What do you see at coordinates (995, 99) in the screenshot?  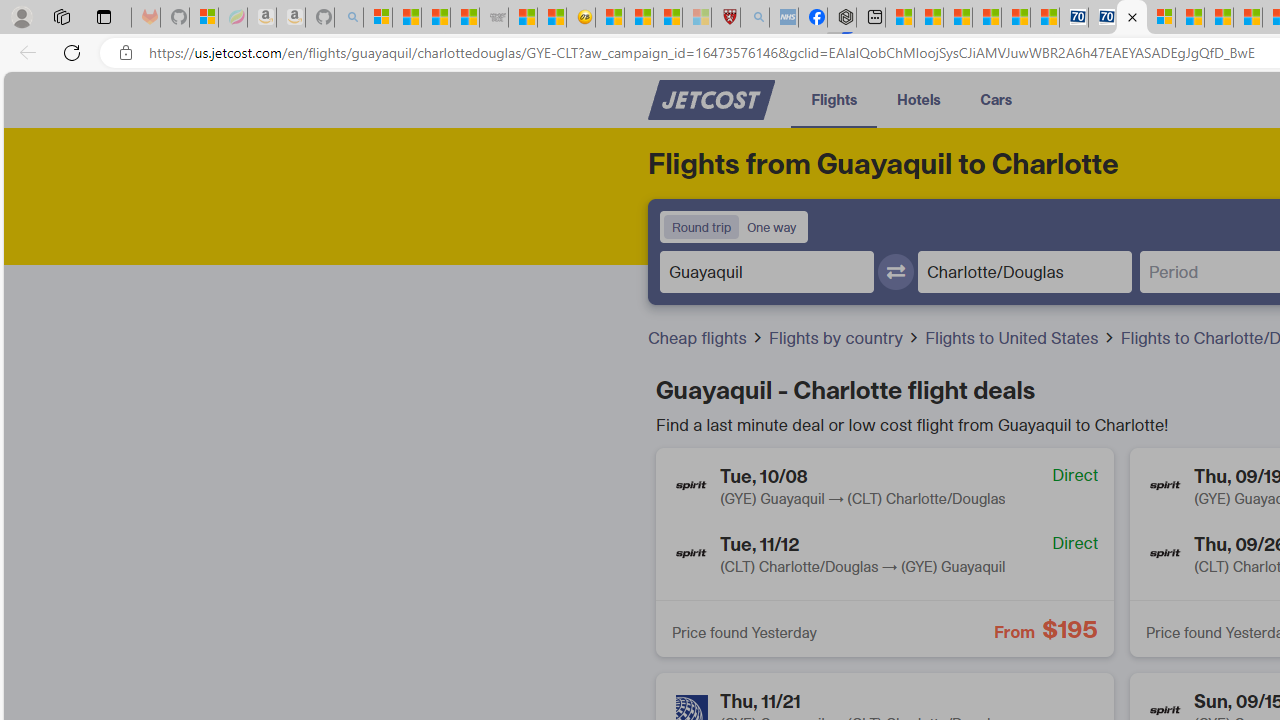 I see `'Cars'` at bounding box center [995, 99].